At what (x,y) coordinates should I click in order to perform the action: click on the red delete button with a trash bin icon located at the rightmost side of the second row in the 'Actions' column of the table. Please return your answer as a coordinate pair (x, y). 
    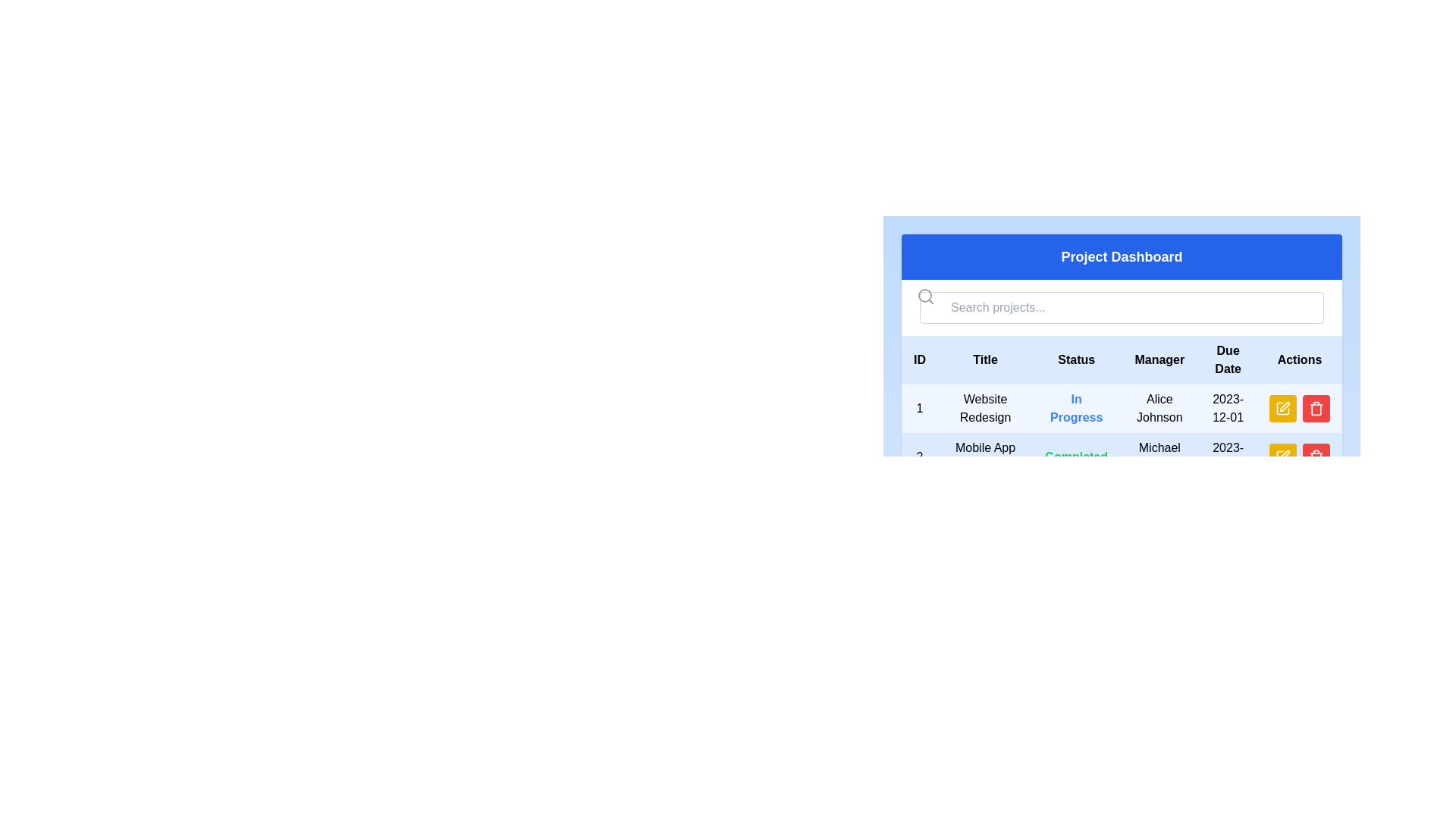
    Looking at the image, I should click on (1316, 456).